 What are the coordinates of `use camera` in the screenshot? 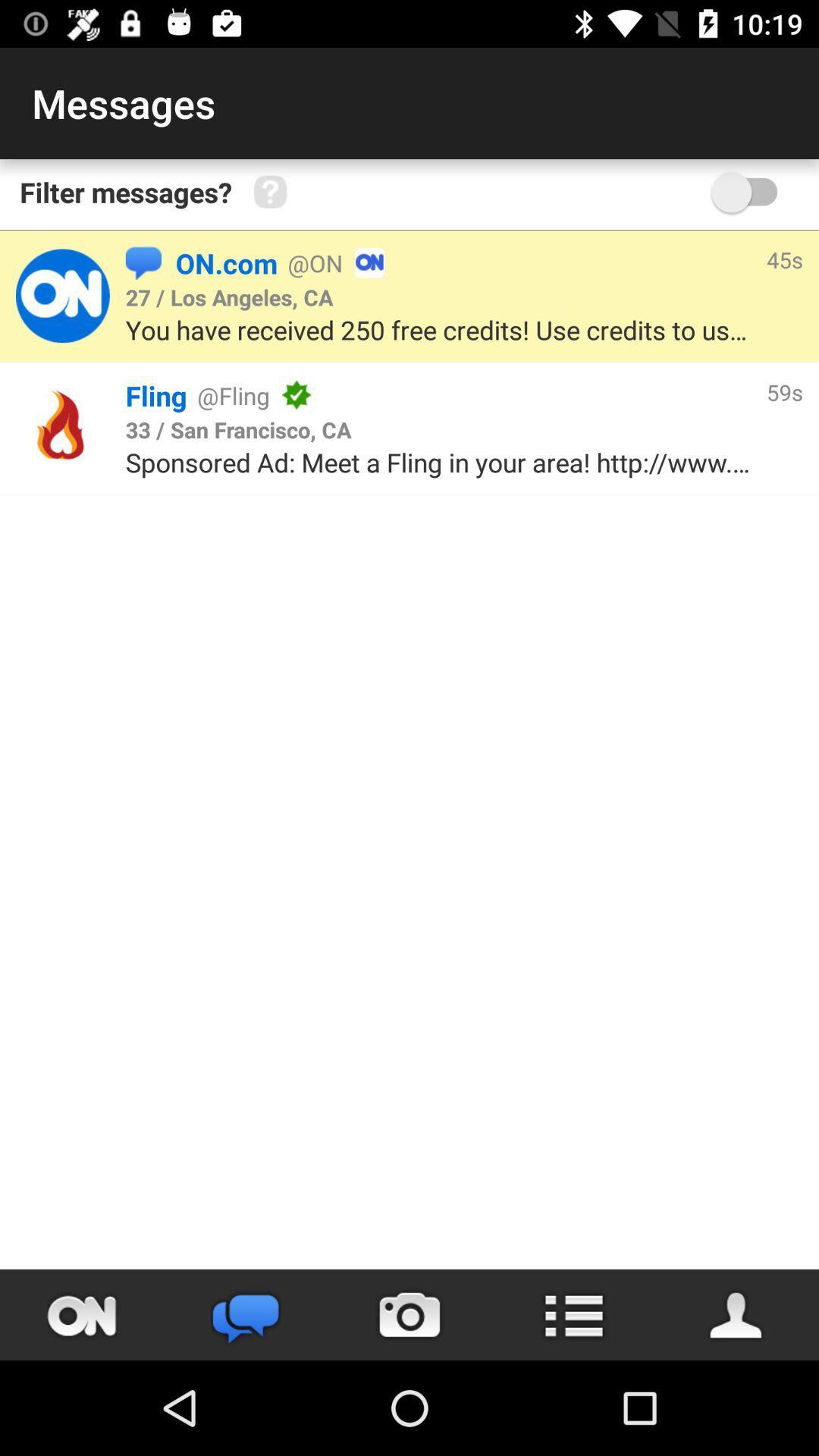 It's located at (409, 1314).